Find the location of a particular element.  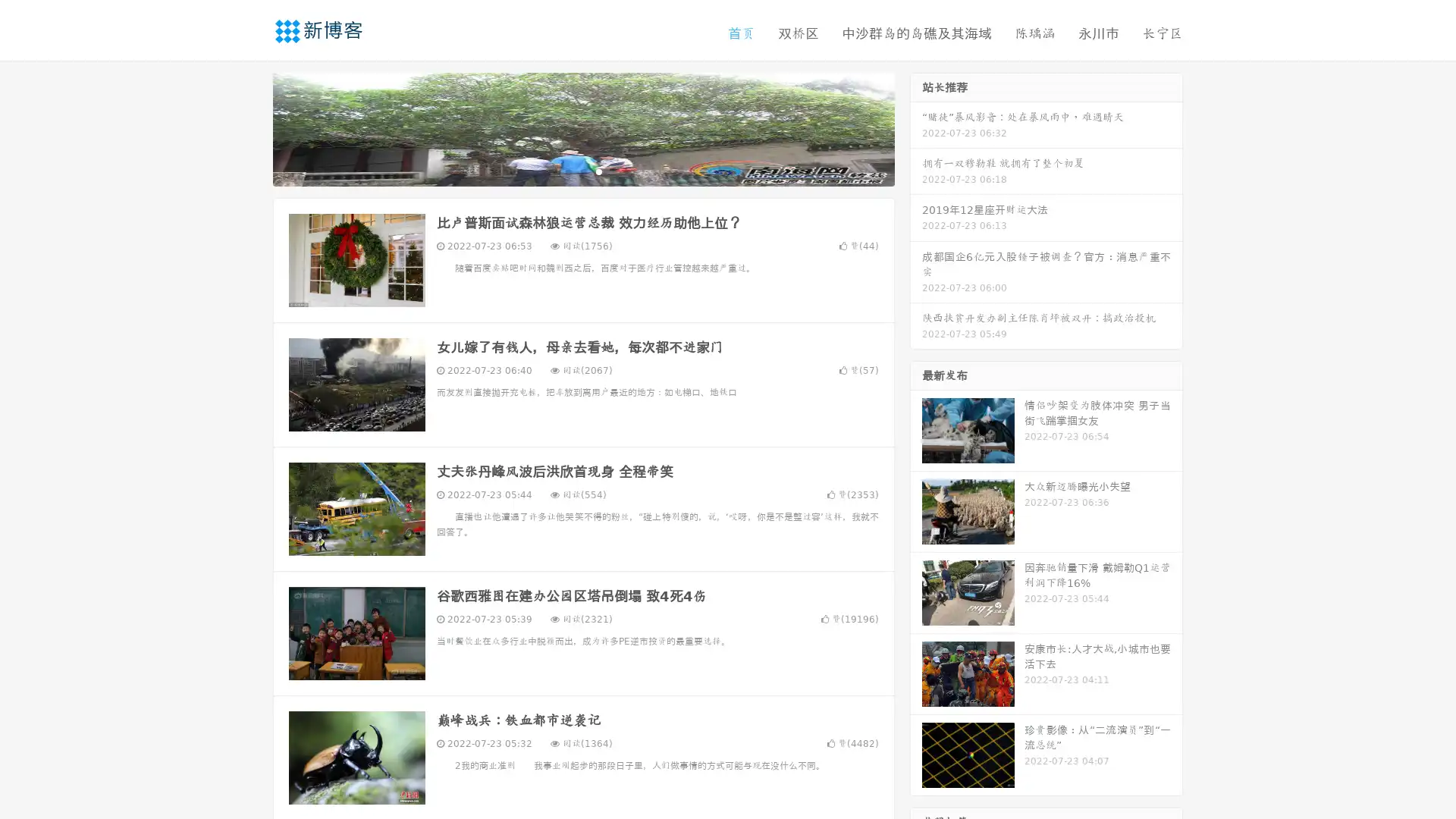

Next slide is located at coordinates (916, 127).